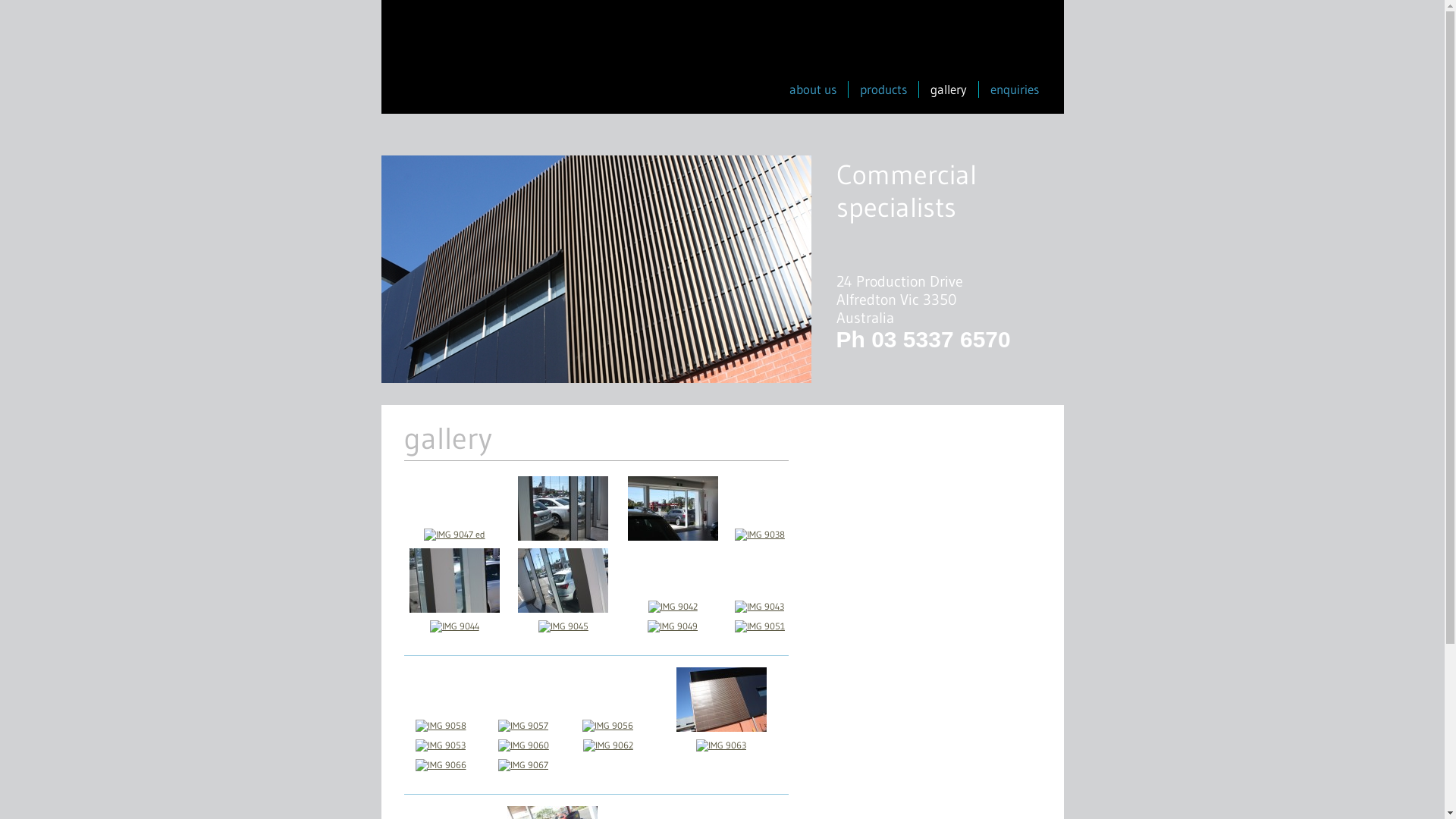 The width and height of the screenshot is (1456, 819). Describe the element at coordinates (760, 626) in the screenshot. I see `'IMG 9051'` at that location.